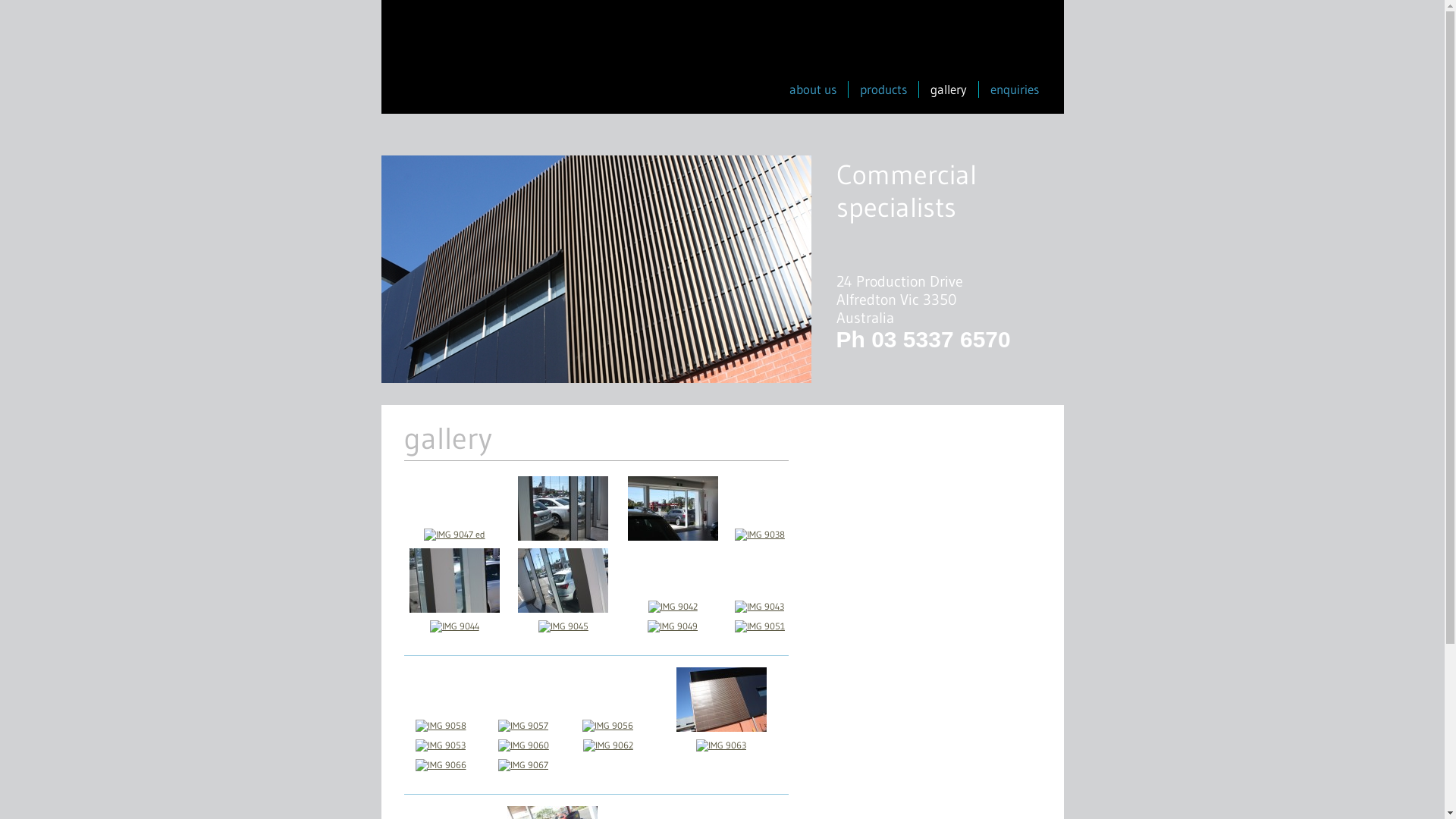 The width and height of the screenshot is (1456, 819). Describe the element at coordinates (760, 626) in the screenshot. I see `'IMG 9051'` at that location.